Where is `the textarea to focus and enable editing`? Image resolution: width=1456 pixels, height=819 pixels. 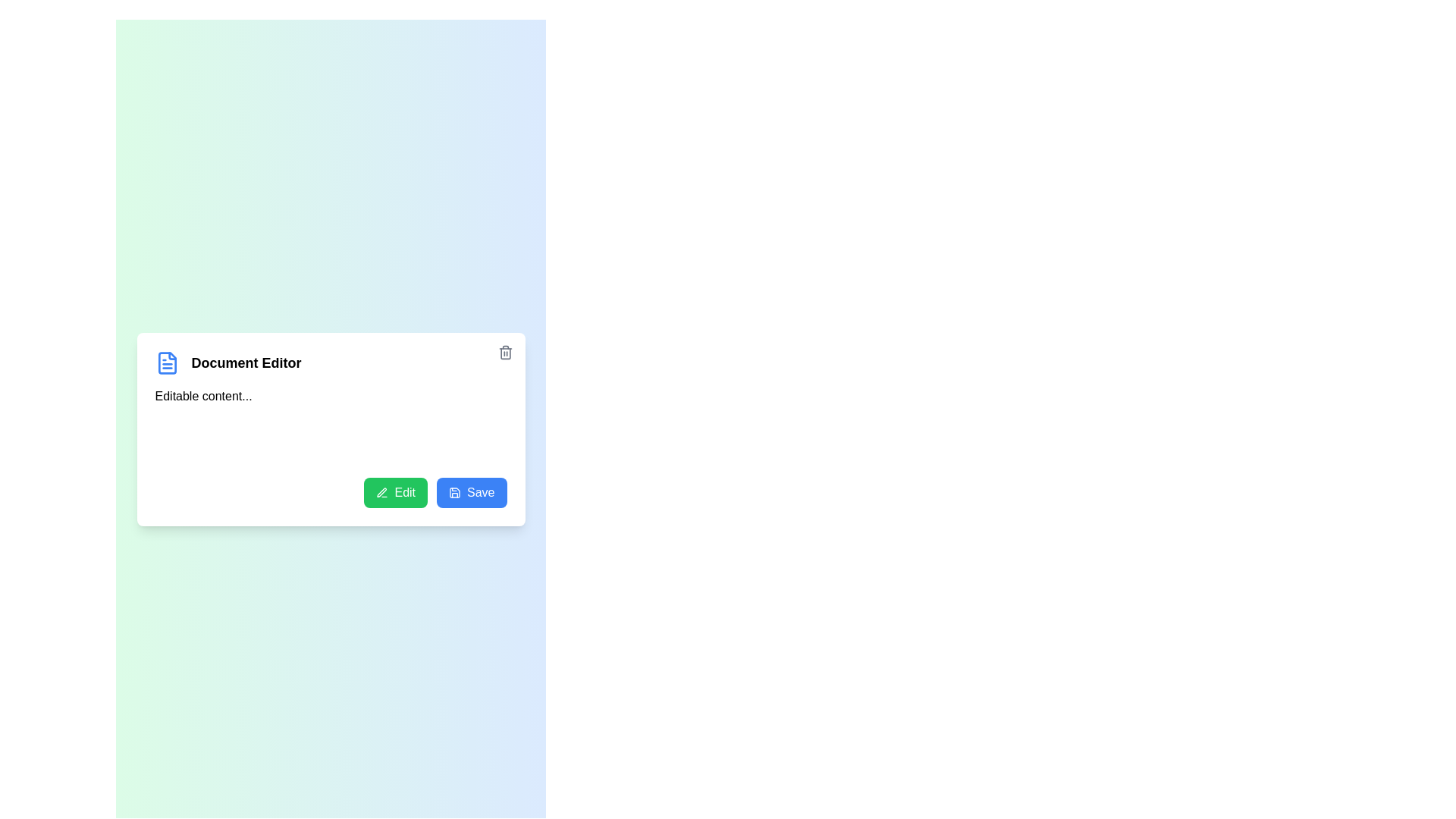 the textarea to focus and enable editing is located at coordinates (330, 423).